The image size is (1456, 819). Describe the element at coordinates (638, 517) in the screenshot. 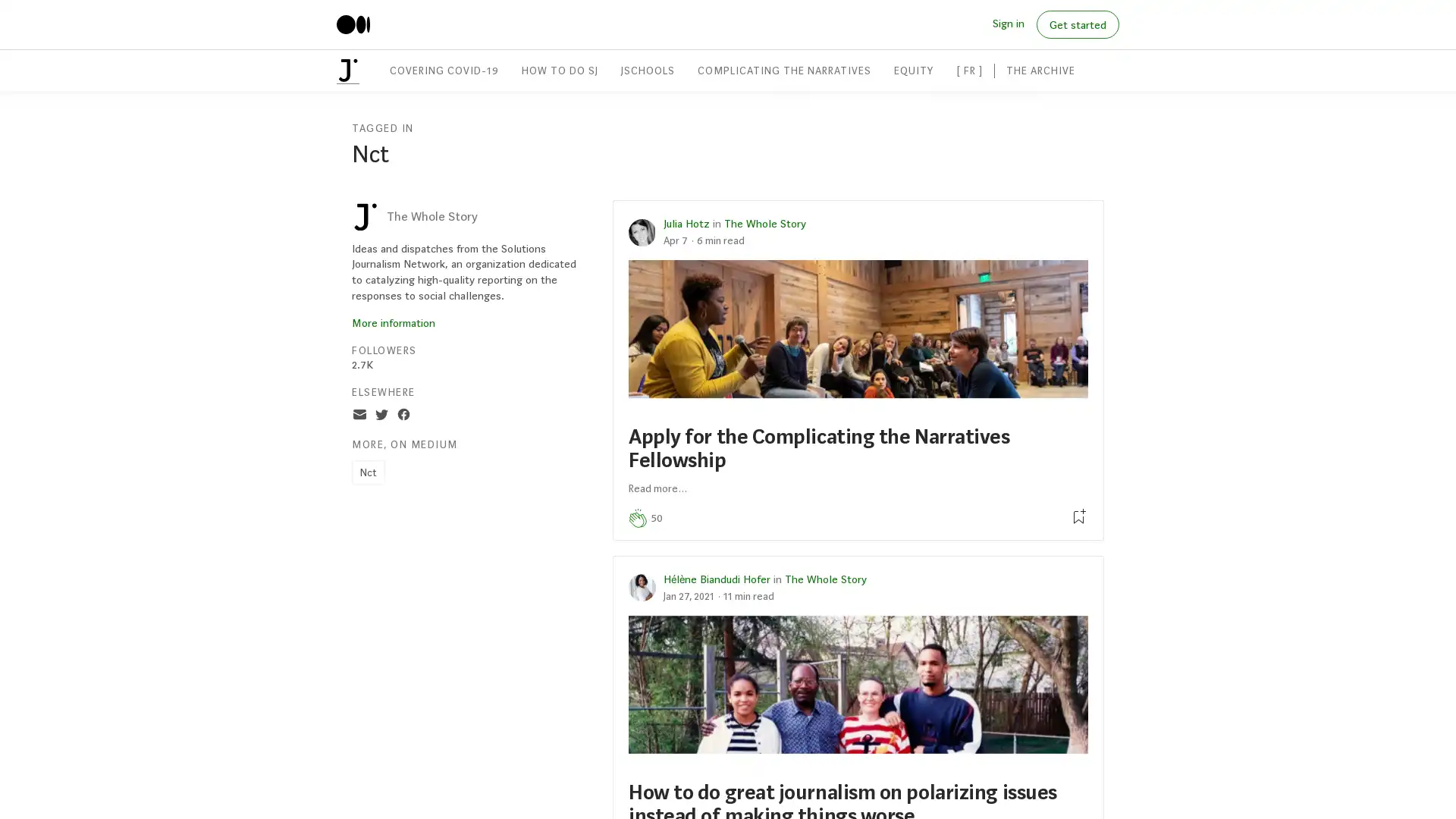

I see `Clap` at that location.